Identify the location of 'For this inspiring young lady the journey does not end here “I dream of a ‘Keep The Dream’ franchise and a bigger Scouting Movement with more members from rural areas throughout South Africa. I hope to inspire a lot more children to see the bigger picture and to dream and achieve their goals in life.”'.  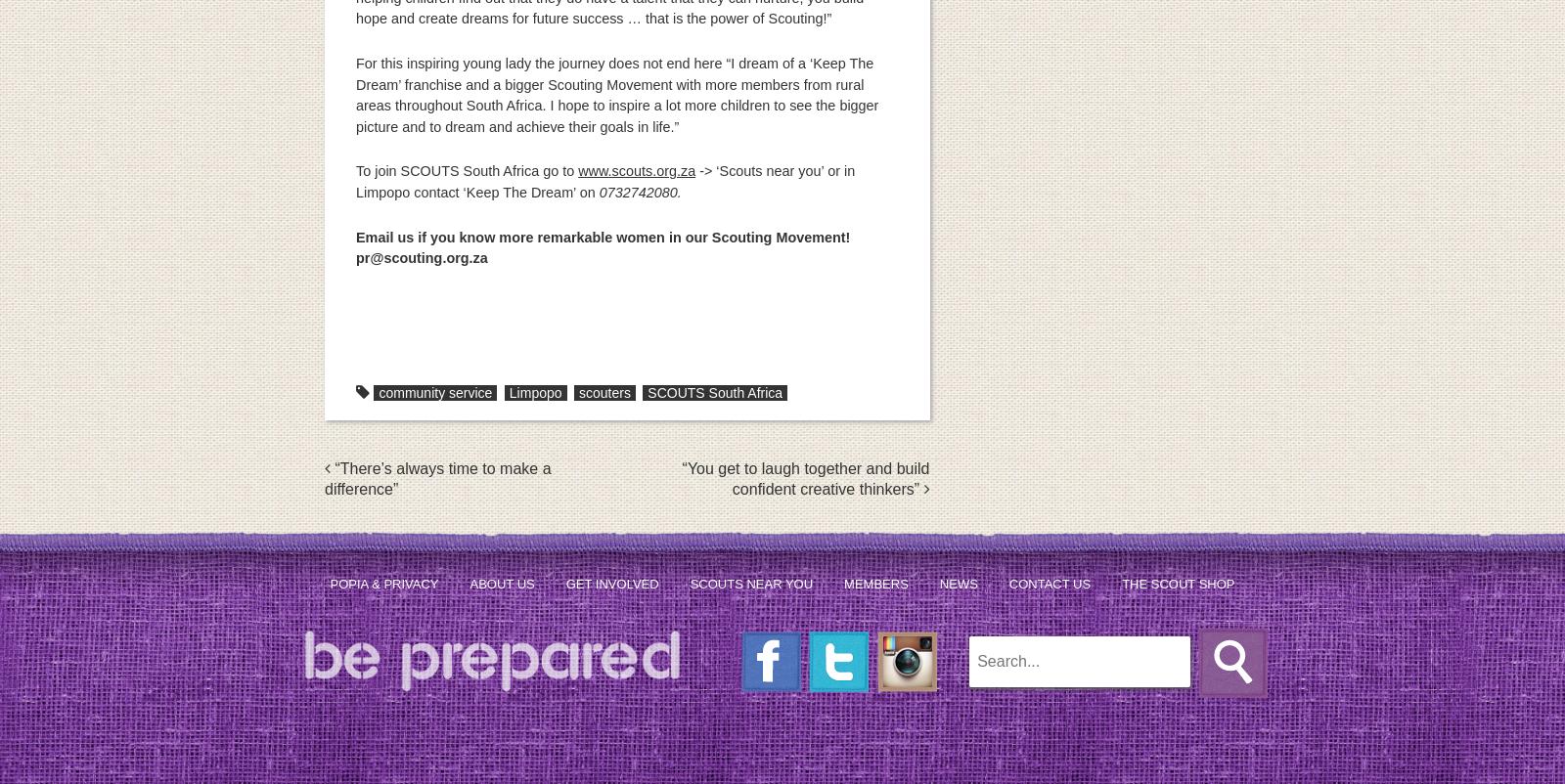
(617, 94).